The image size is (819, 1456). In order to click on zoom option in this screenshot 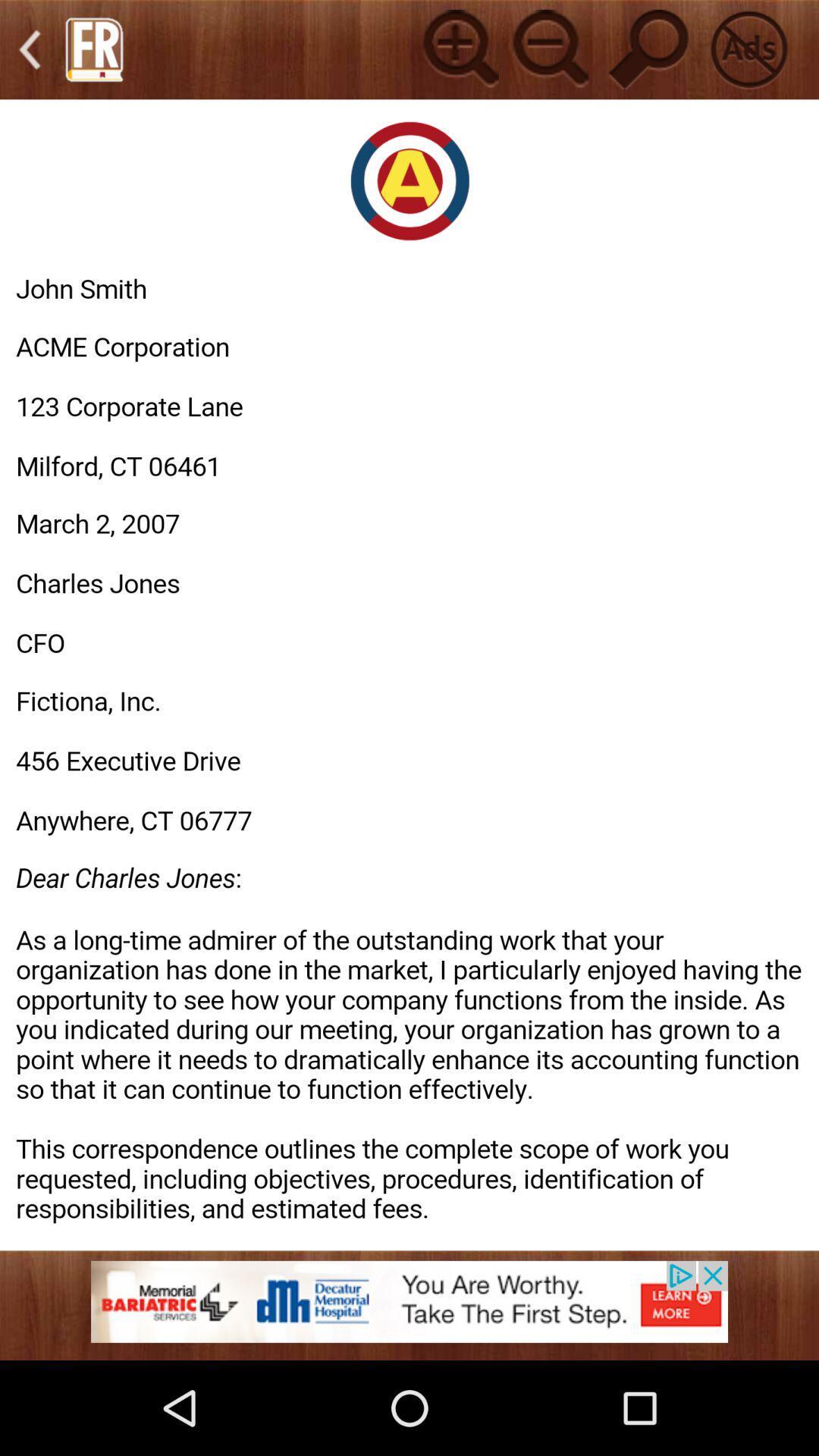, I will do `click(458, 49)`.